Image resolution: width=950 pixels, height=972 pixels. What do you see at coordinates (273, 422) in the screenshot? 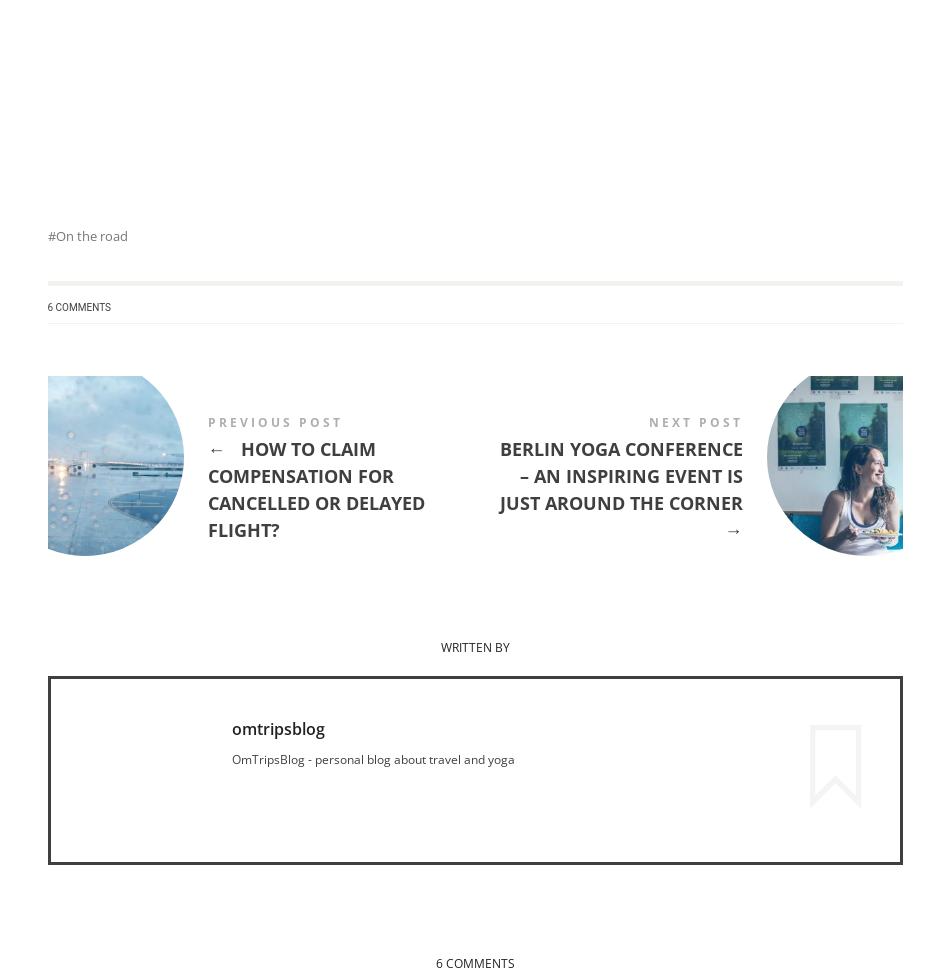
I see `'Previous Post'` at bounding box center [273, 422].